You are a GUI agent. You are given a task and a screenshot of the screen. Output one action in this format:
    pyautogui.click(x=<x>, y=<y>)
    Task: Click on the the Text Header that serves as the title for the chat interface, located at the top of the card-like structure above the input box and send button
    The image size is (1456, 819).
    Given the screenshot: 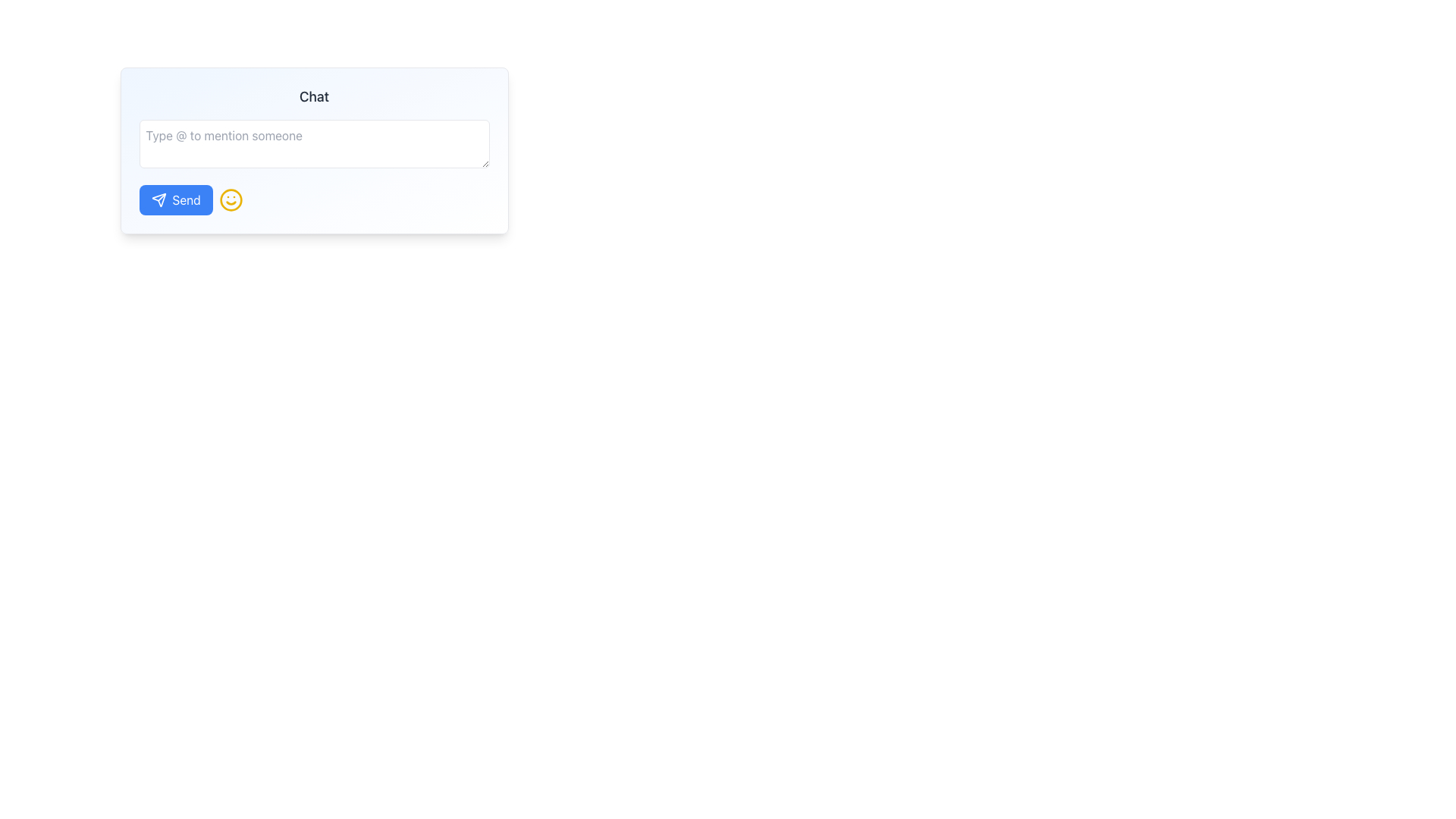 What is the action you would take?
    pyautogui.click(x=313, y=96)
    